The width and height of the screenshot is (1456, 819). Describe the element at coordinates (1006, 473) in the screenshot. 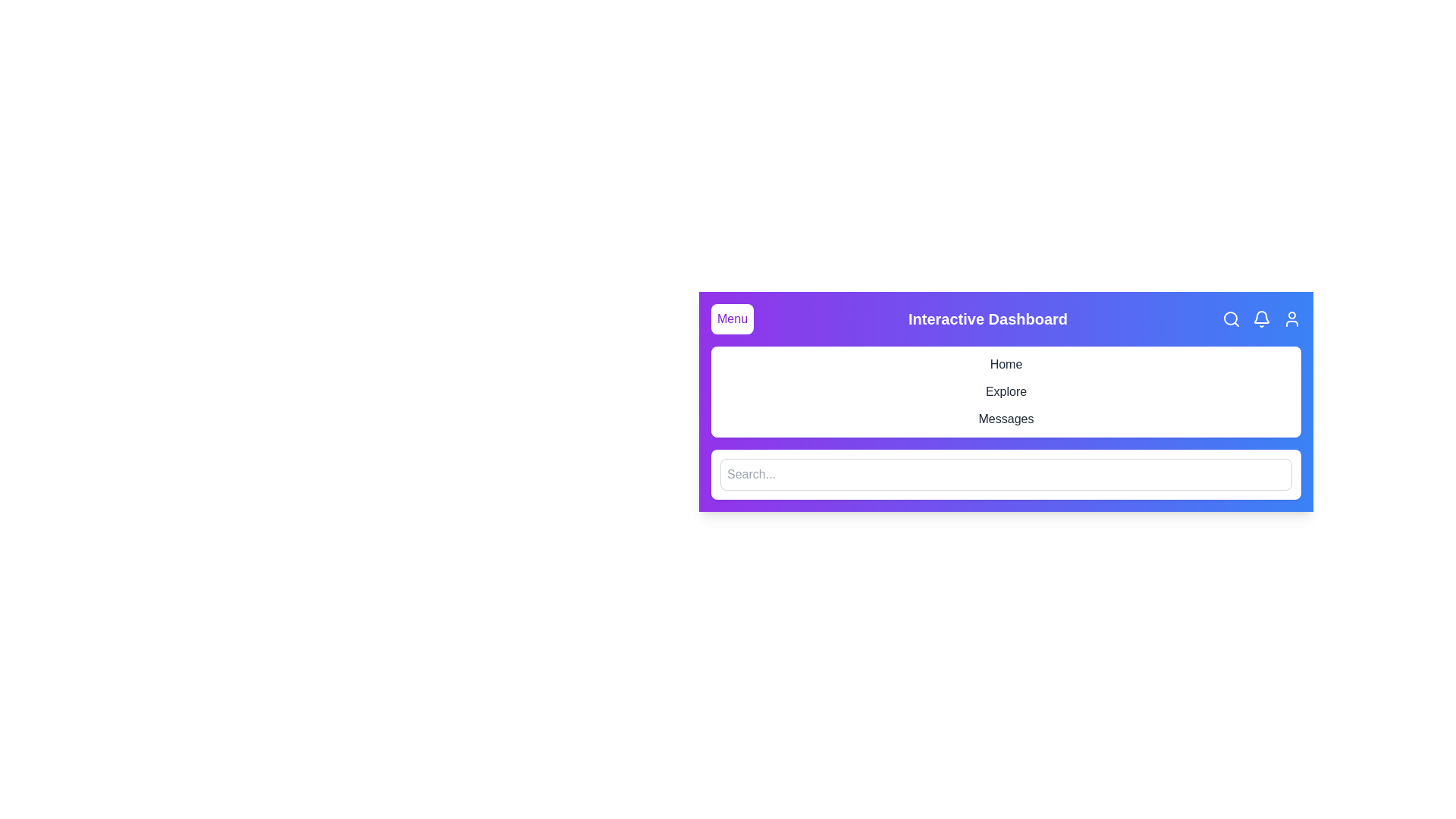

I see `the search input field to focus on it` at that location.